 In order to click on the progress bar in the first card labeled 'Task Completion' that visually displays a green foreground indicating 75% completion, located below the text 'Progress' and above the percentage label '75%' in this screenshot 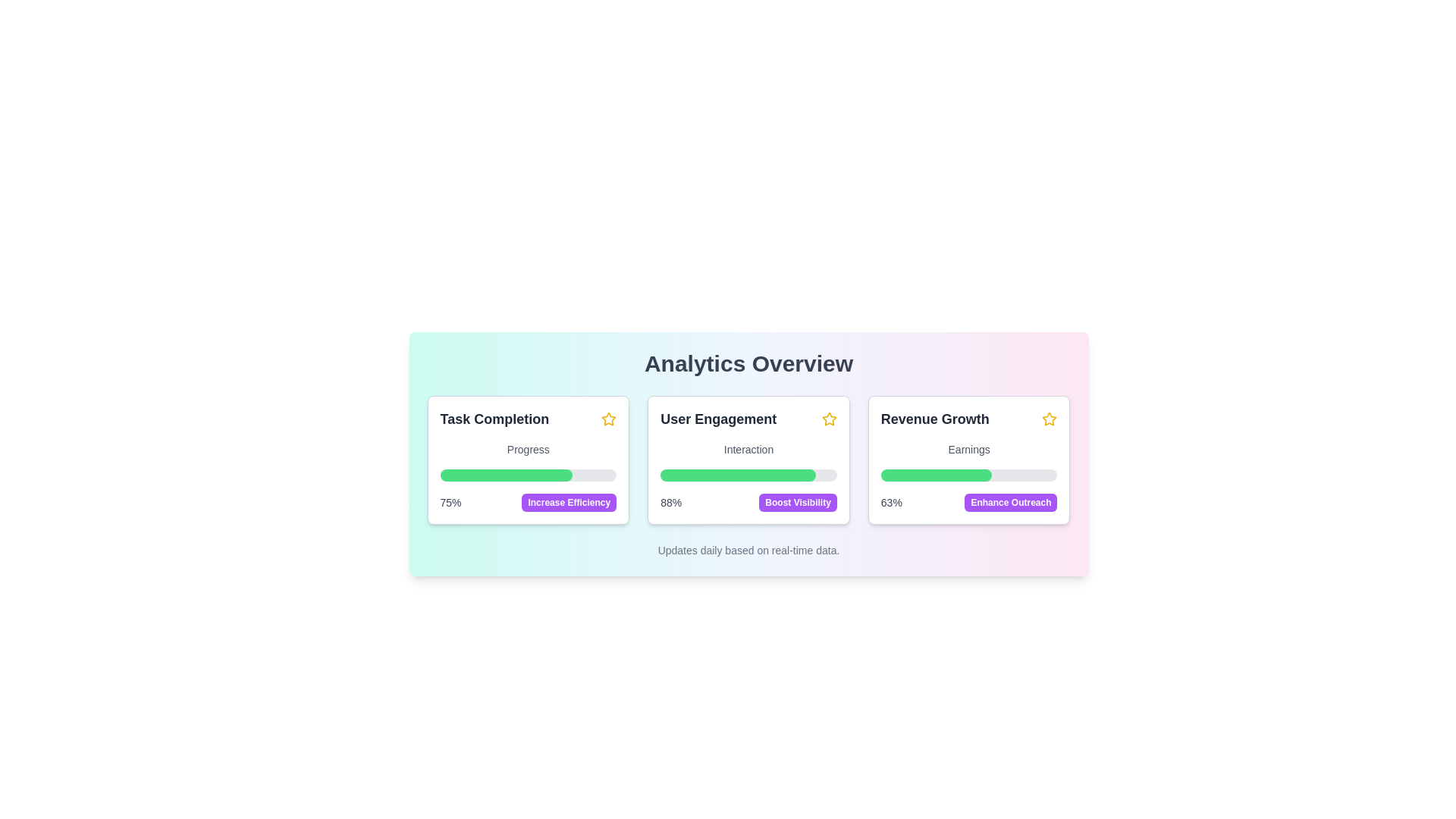, I will do `click(528, 475)`.